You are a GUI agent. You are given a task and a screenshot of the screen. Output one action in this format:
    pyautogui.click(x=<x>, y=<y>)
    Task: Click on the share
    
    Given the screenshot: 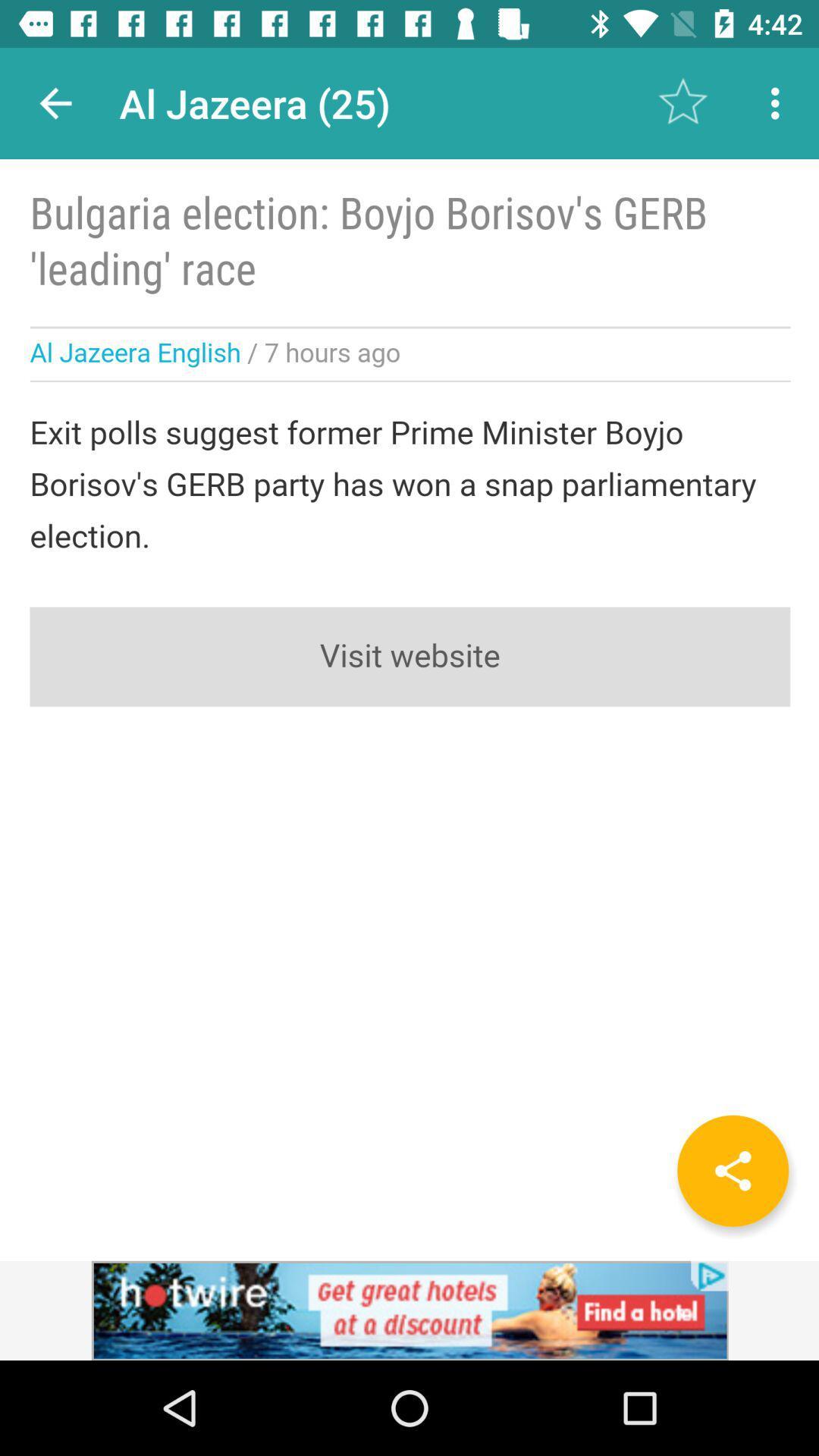 What is the action you would take?
    pyautogui.click(x=732, y=1170)
    